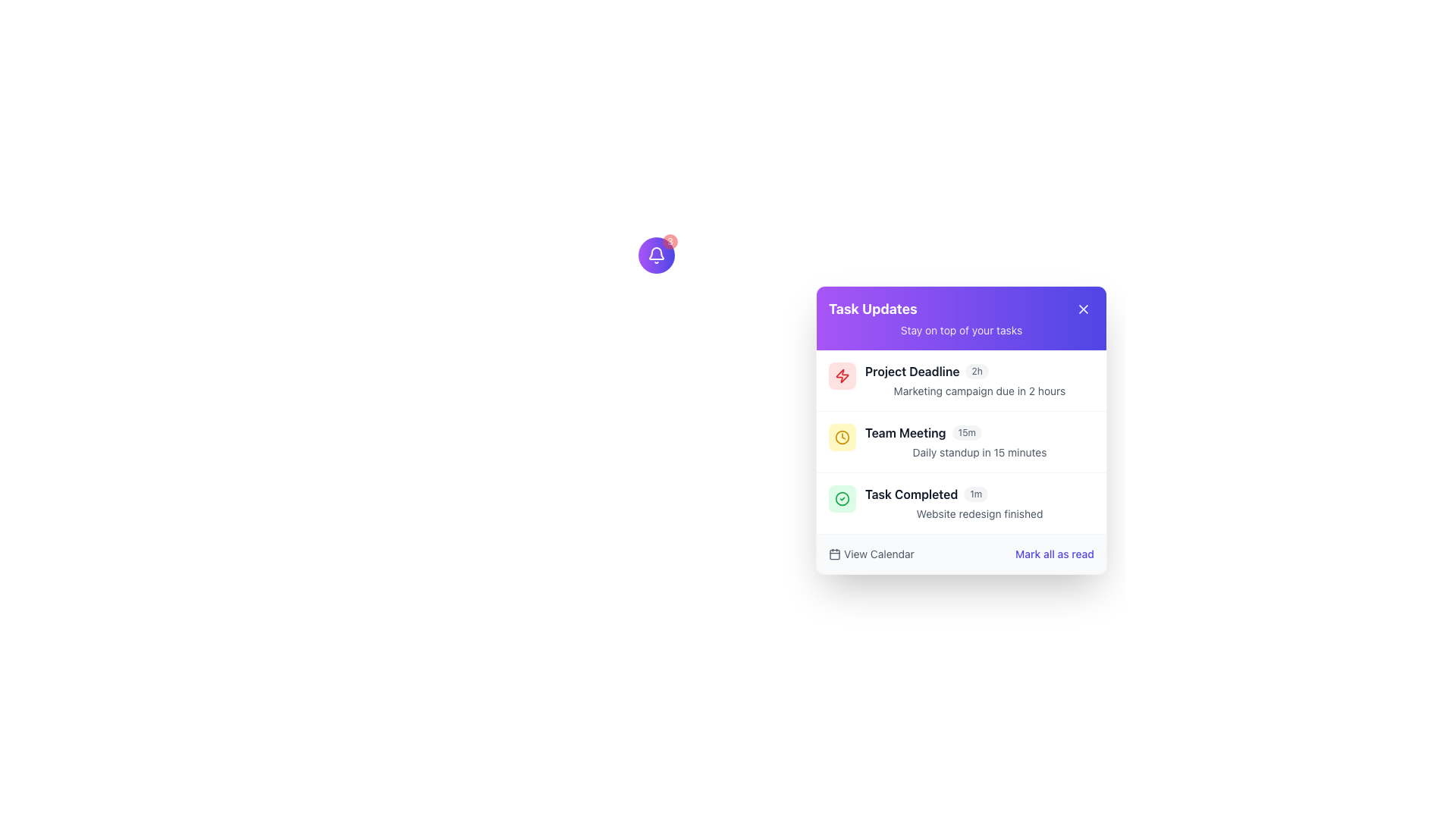 This screenshot has height=819, width=1456. What do you see at coordinates (1083, 309) in the screenshot?
I see `the Close Button located at the far right of the 'Task Updates' header section` at bounding box center [1083, 309].